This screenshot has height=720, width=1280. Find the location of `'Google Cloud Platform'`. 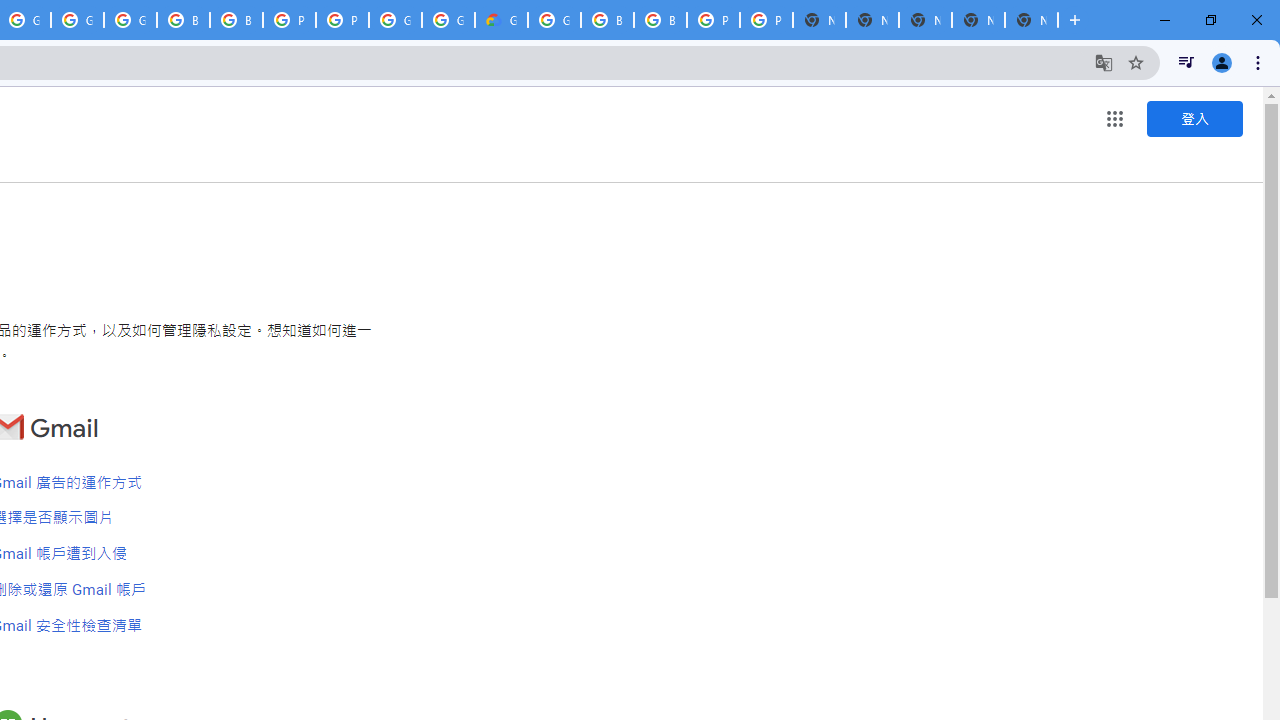

'Google Cloud Platform' is located at coordinates (447, 20).